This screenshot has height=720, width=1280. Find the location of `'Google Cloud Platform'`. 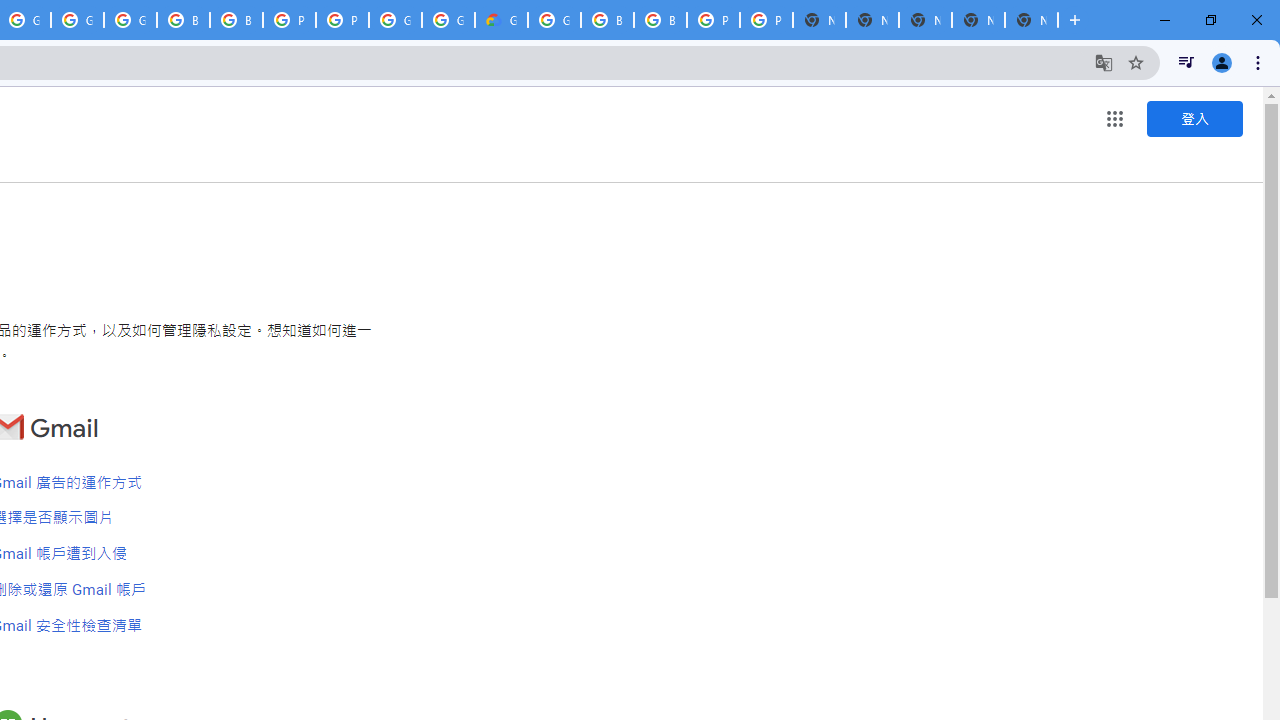

'Google Cloud Platform' is located at coordinates (447, 20).